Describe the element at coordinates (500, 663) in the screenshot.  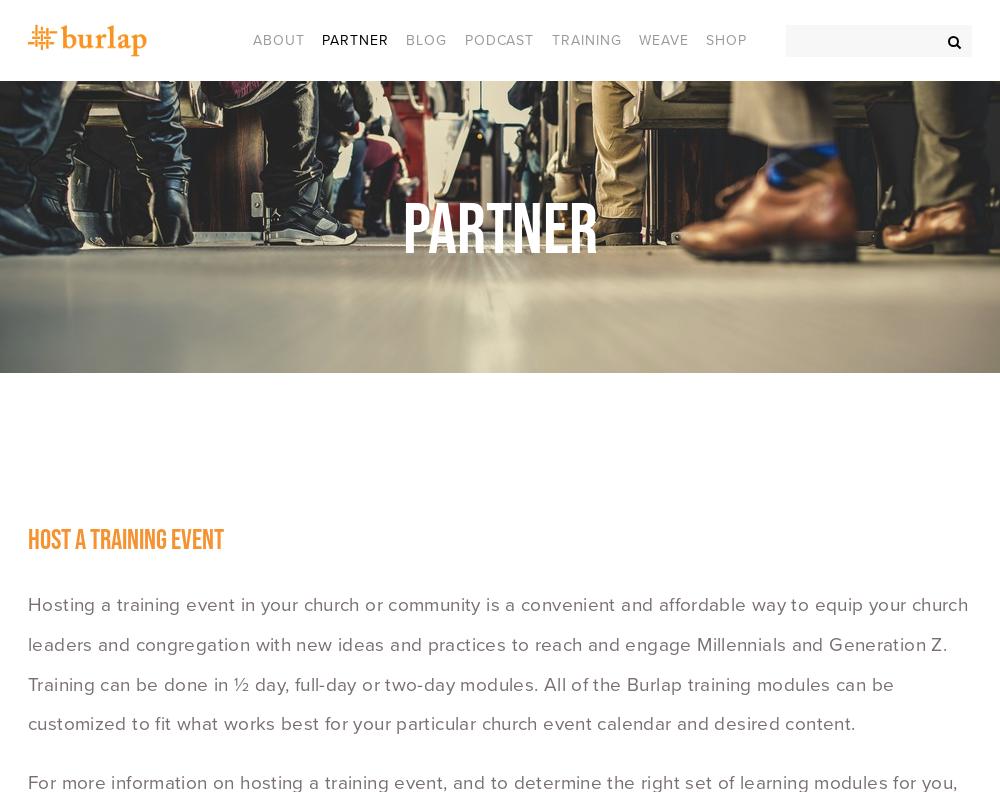
I see `'Hosting a training event in your church or community is a convenient and affordable way to equip your church leaders and congregation with new ideas and practices to reach and engage Millennials and Generation Z.  Training can be done in ½ day, full-day or two-day modules. All of the Burlap training modules can be customized to fit what works best for your particular church event calendar and desired content.'` at that location.